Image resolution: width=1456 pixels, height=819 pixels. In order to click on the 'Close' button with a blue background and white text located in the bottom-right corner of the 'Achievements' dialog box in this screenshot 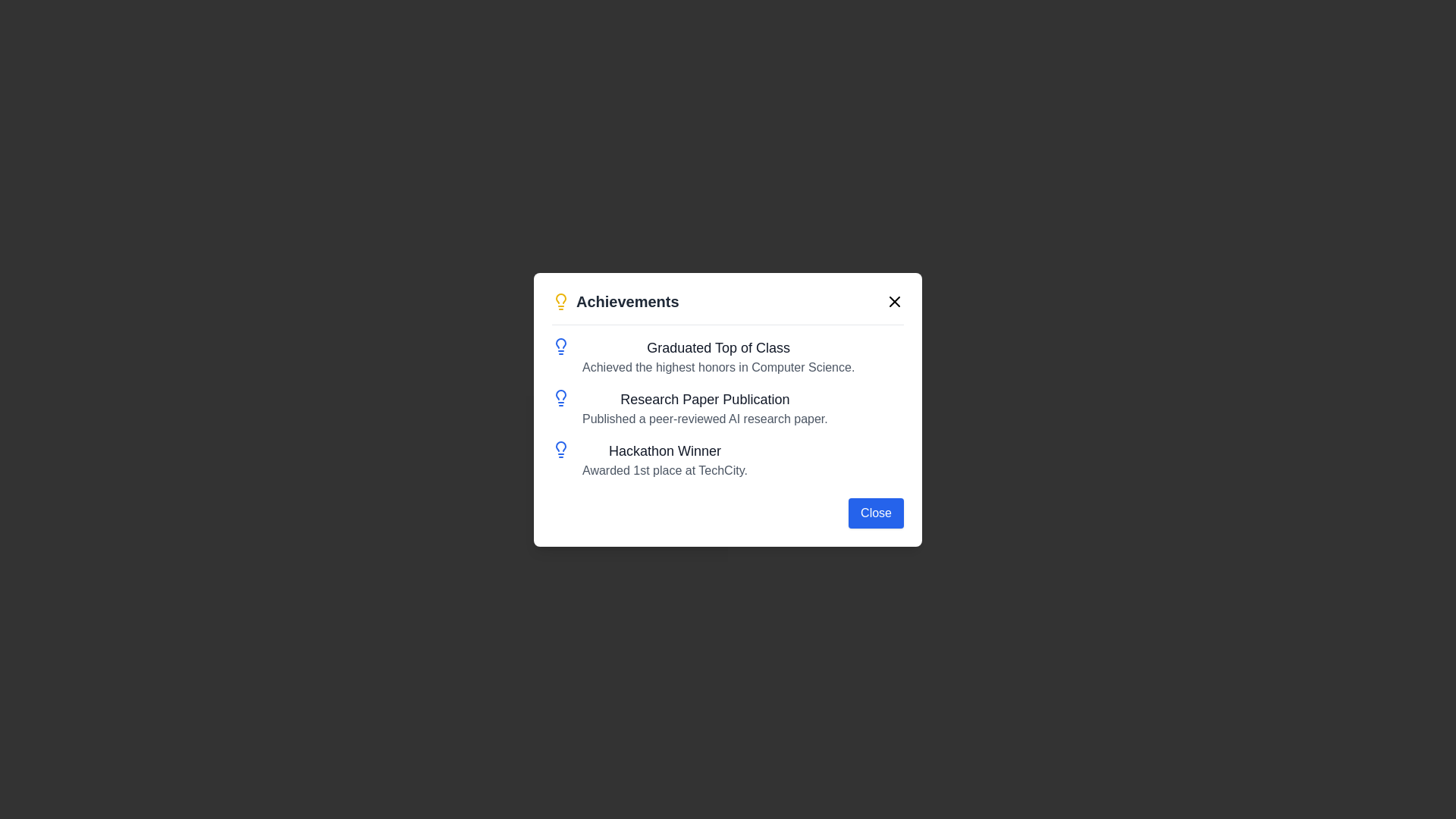, I will do `click(876, 512)`.